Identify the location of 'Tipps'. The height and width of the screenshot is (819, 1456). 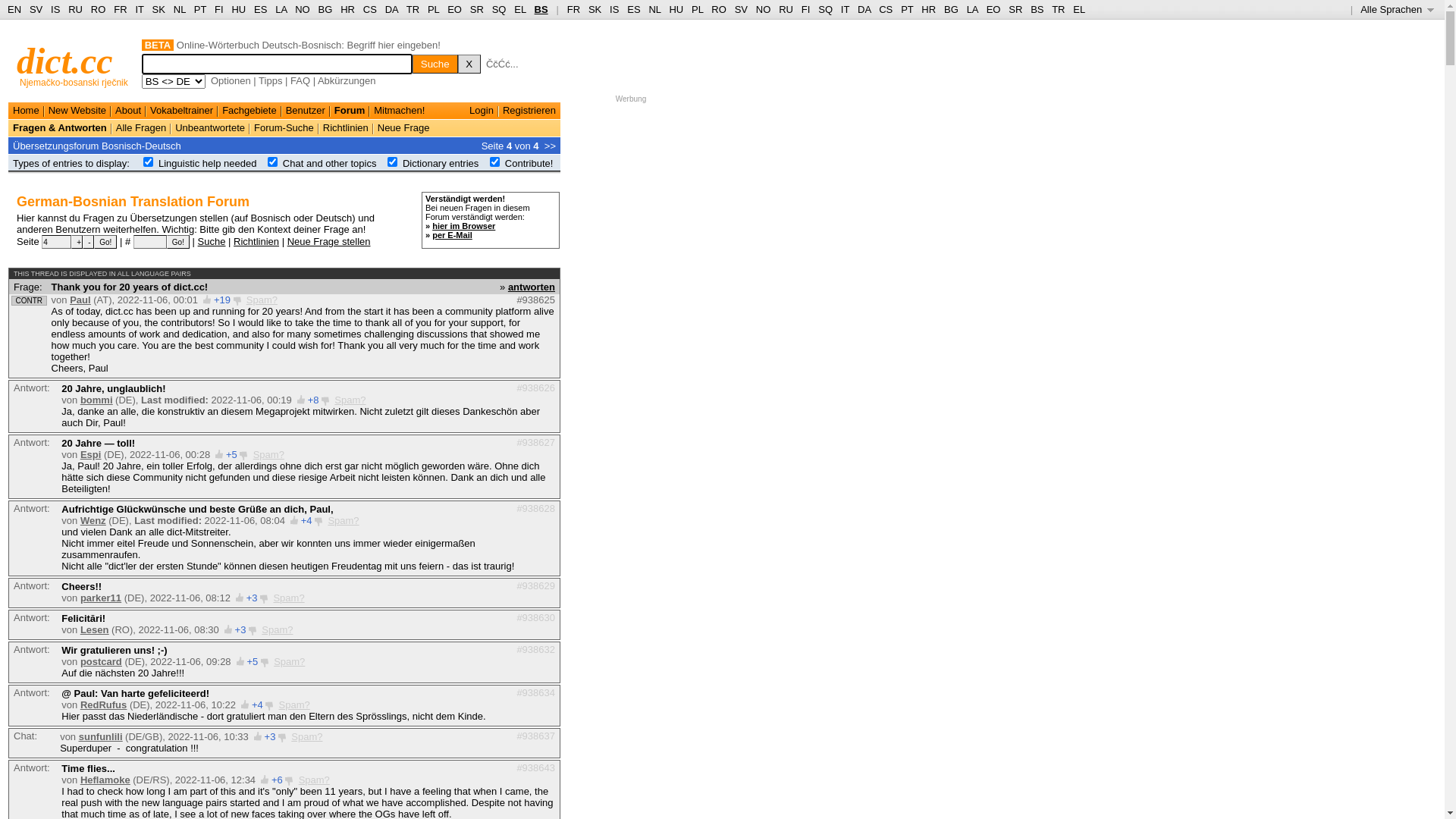
(270, 80).